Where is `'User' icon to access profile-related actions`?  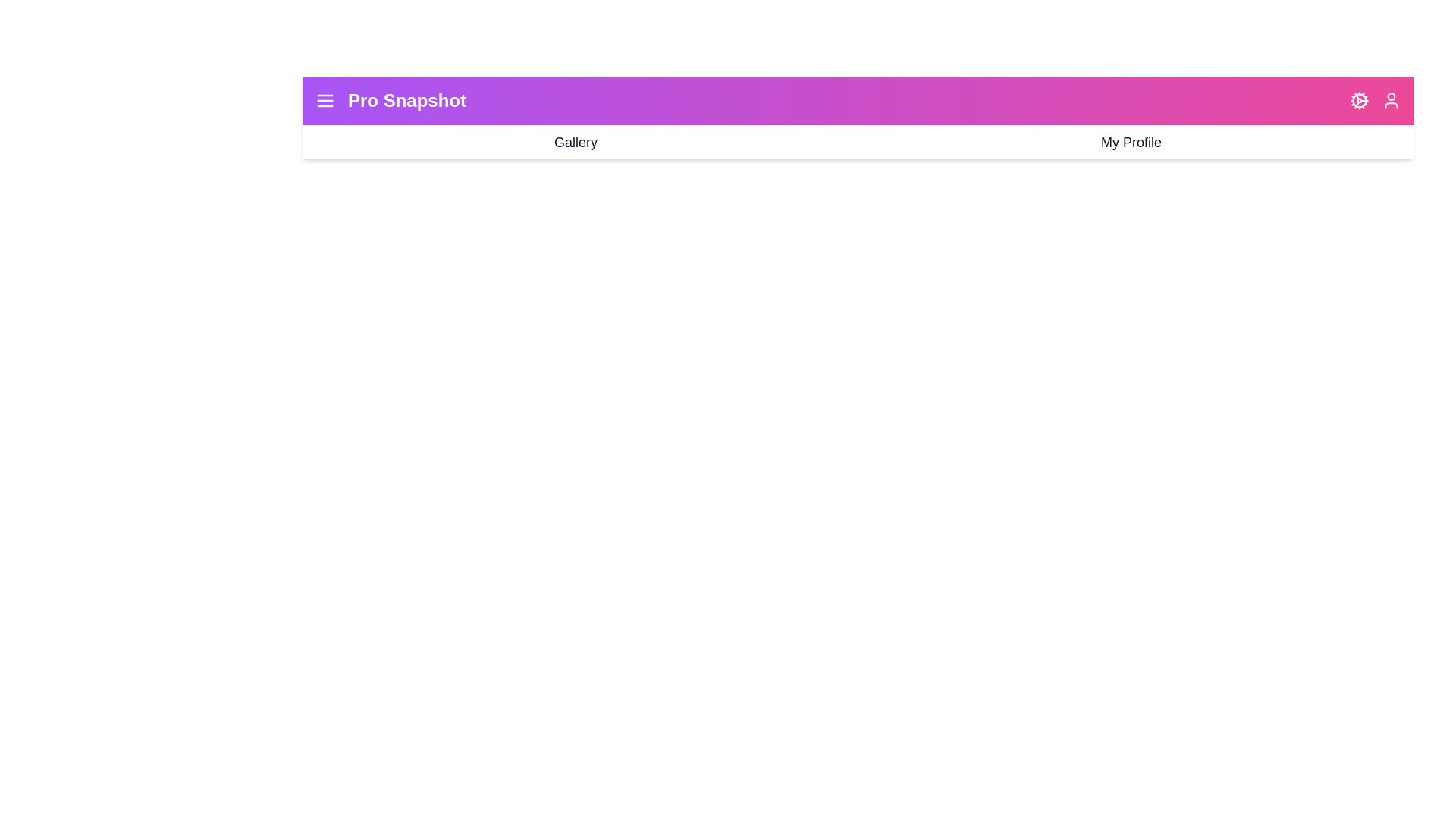 'User' icon to access profile-related actions is located at coordinates (1391, 100).